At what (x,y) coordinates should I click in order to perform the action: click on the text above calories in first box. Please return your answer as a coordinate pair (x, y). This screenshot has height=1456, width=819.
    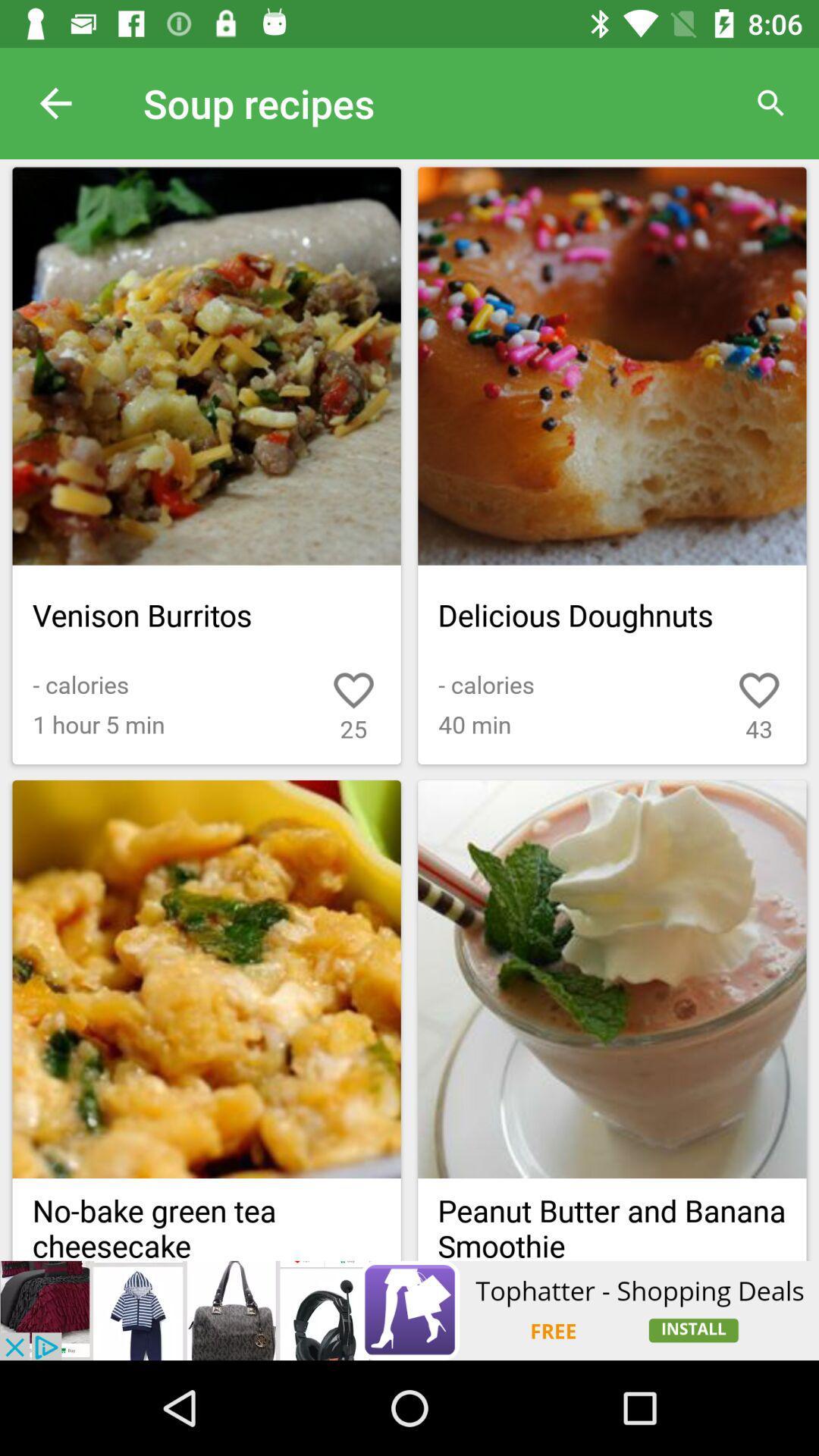
    Looking at the image, I should click on (207, 615).